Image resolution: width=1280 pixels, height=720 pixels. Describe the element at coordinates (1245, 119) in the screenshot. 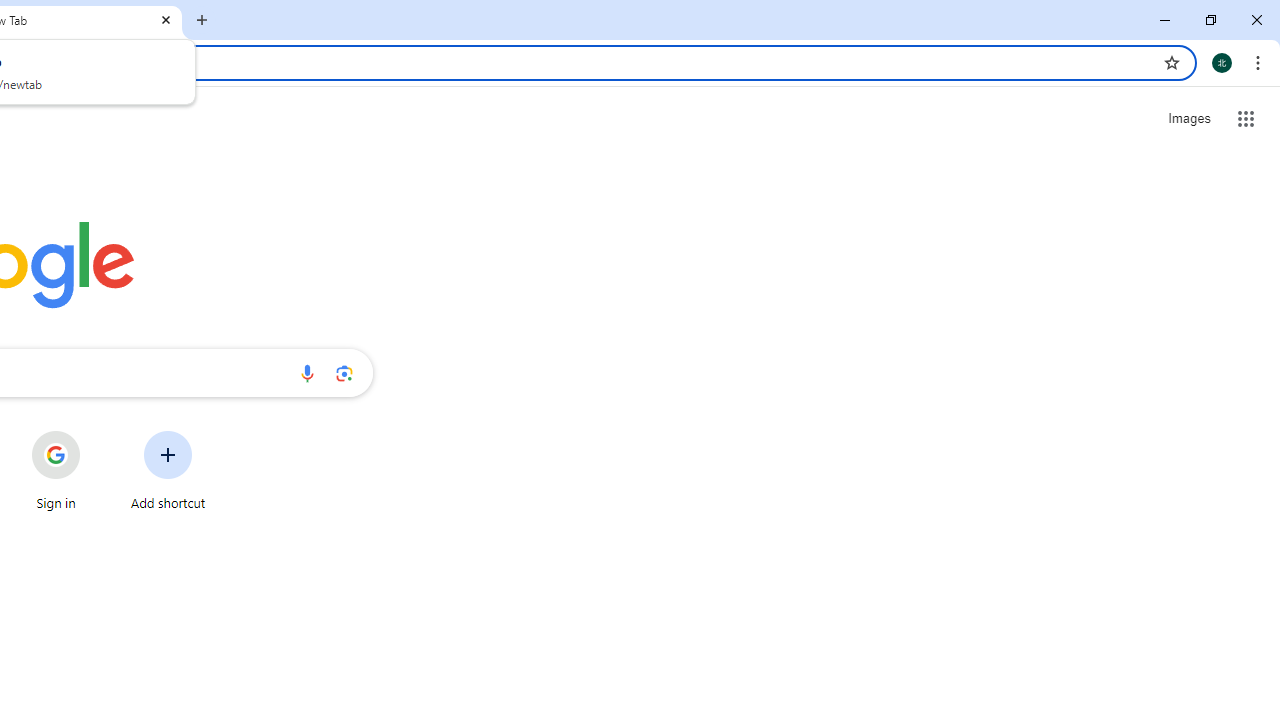

I see `'Google apps'` at that location.